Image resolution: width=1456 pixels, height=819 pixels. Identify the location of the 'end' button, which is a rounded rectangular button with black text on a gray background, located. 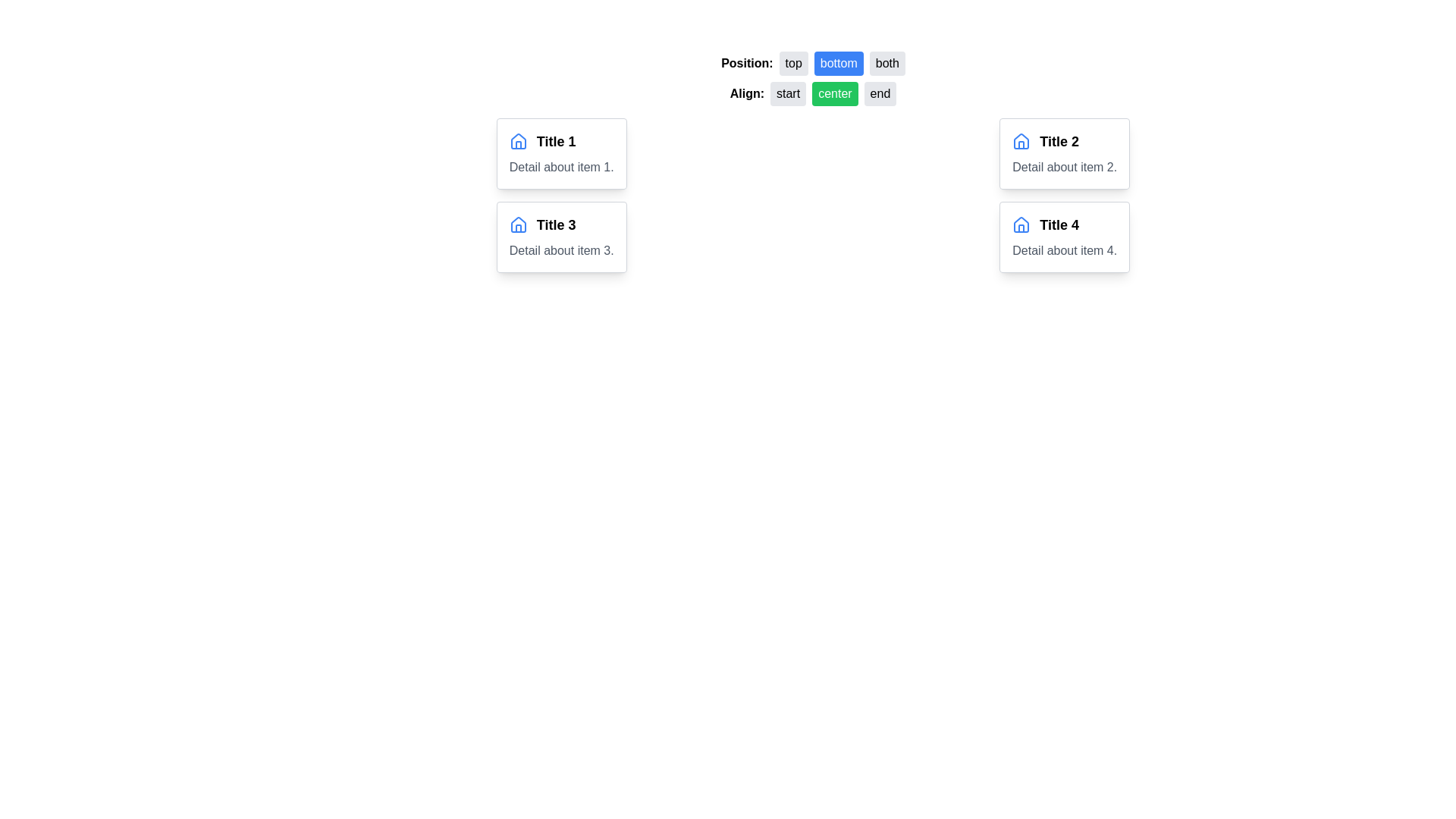
(880, 93).